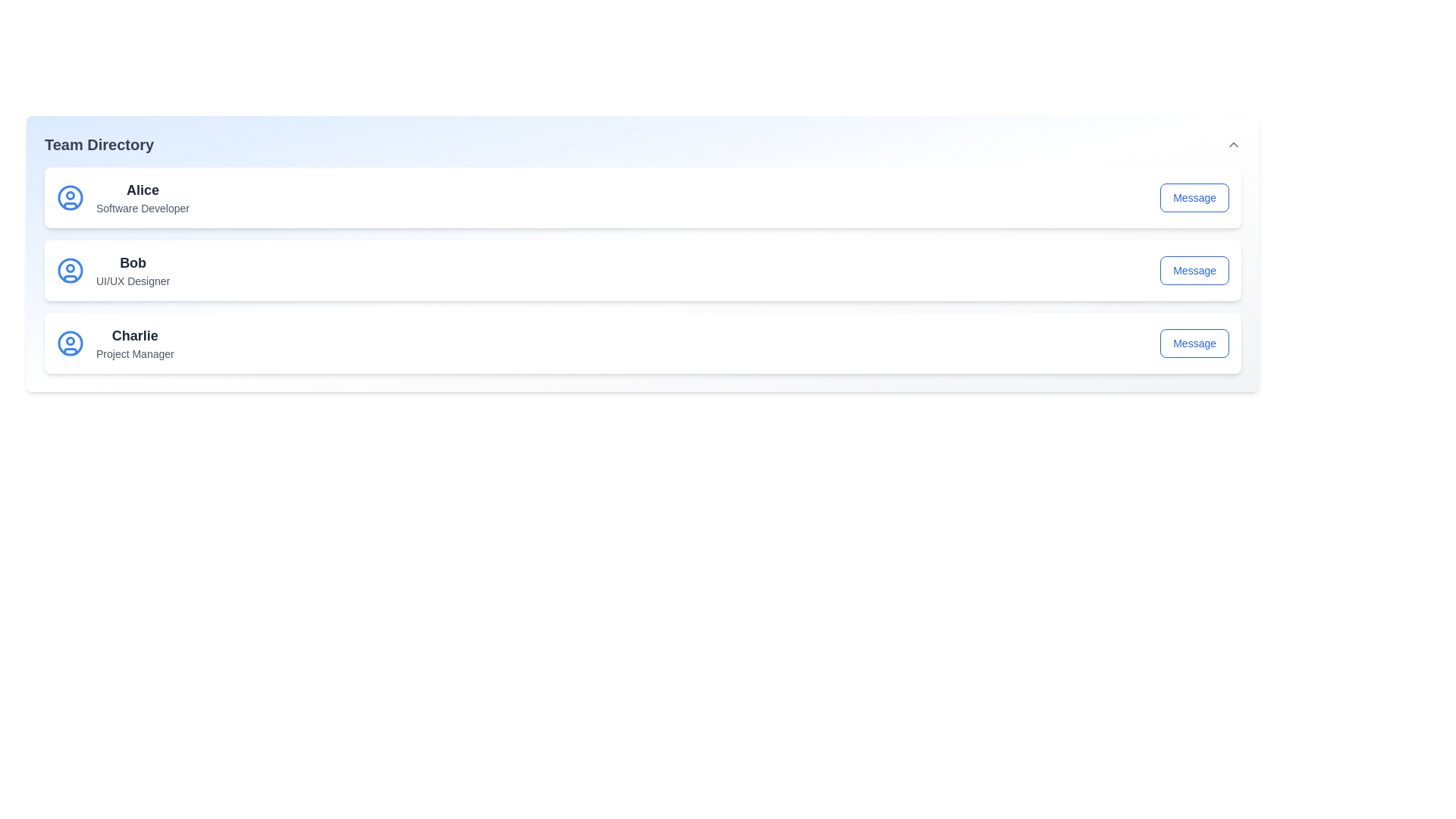 The height and width of the screenshot is (819, 1456). I want to click on the text label that indicates the role of the team member, which is 'Project Manager', located beneath the 'Charlie' text in the third section of the team directory interface, so click(135, 353).